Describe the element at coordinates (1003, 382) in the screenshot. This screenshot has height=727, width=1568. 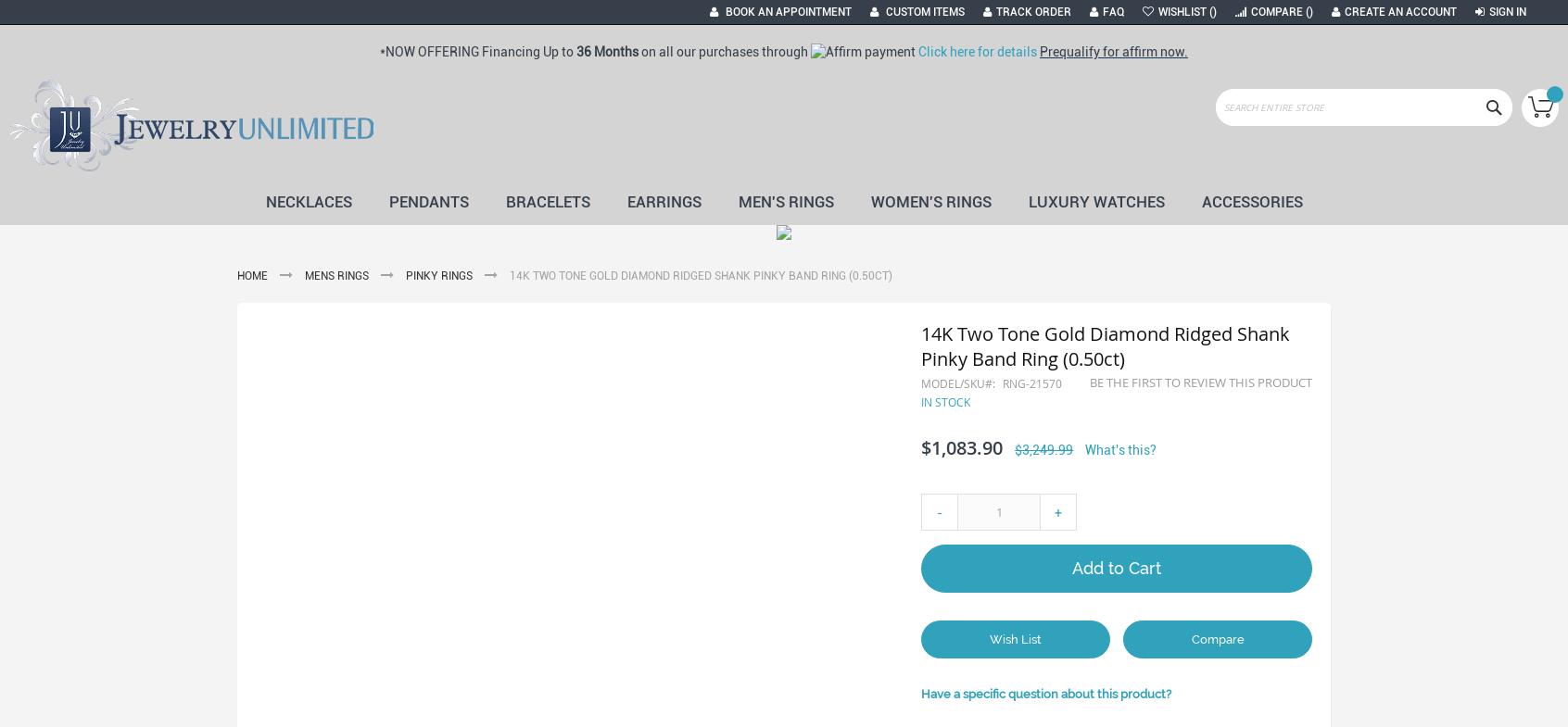
I see `'RNG-21570'` at that location.